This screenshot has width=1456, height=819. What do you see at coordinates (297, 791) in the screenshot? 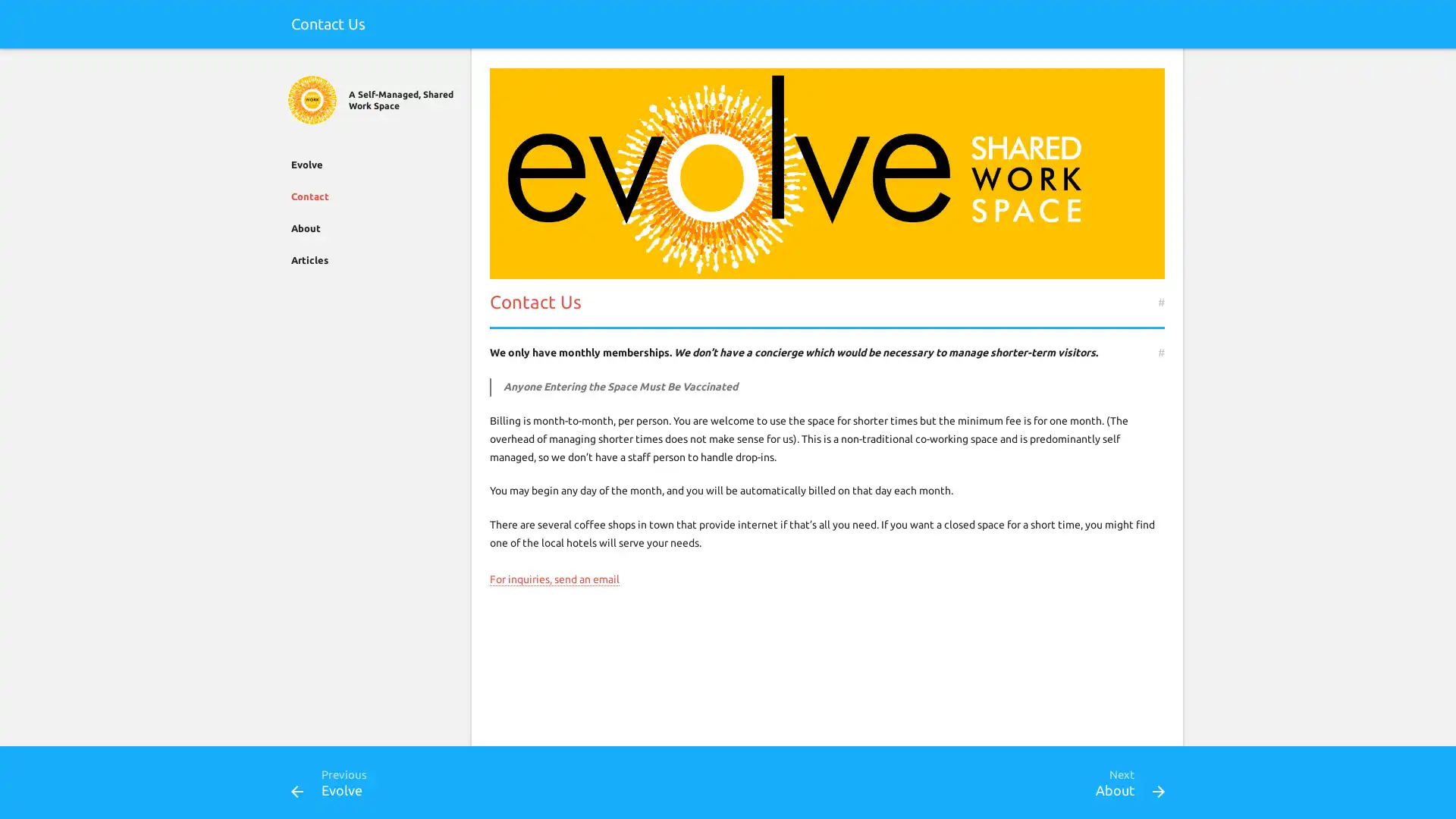
I see `Previous` at bounding box center [297, 791].